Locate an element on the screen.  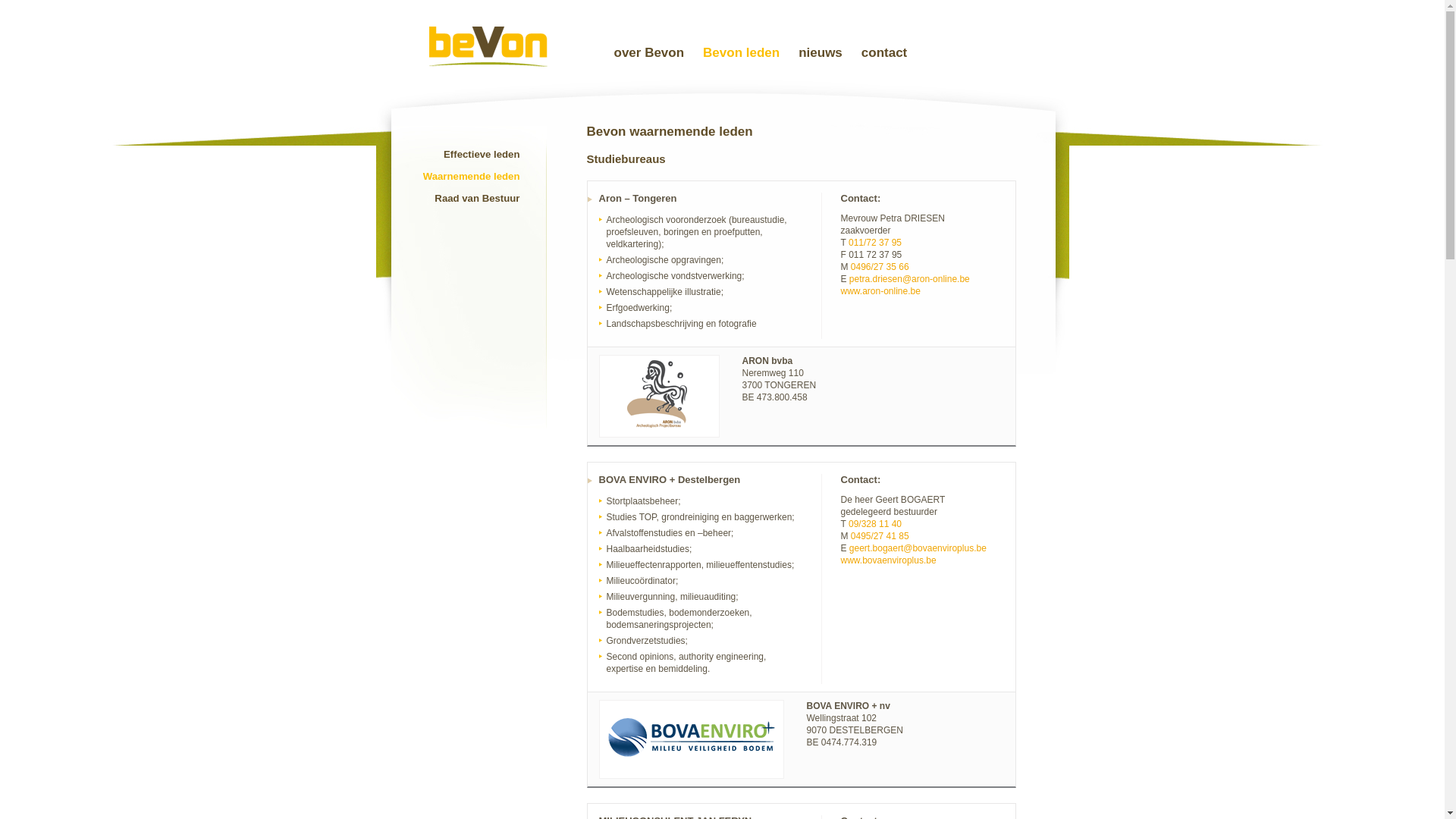
'Waarnemende leden' is located at coordinates (422, 175).